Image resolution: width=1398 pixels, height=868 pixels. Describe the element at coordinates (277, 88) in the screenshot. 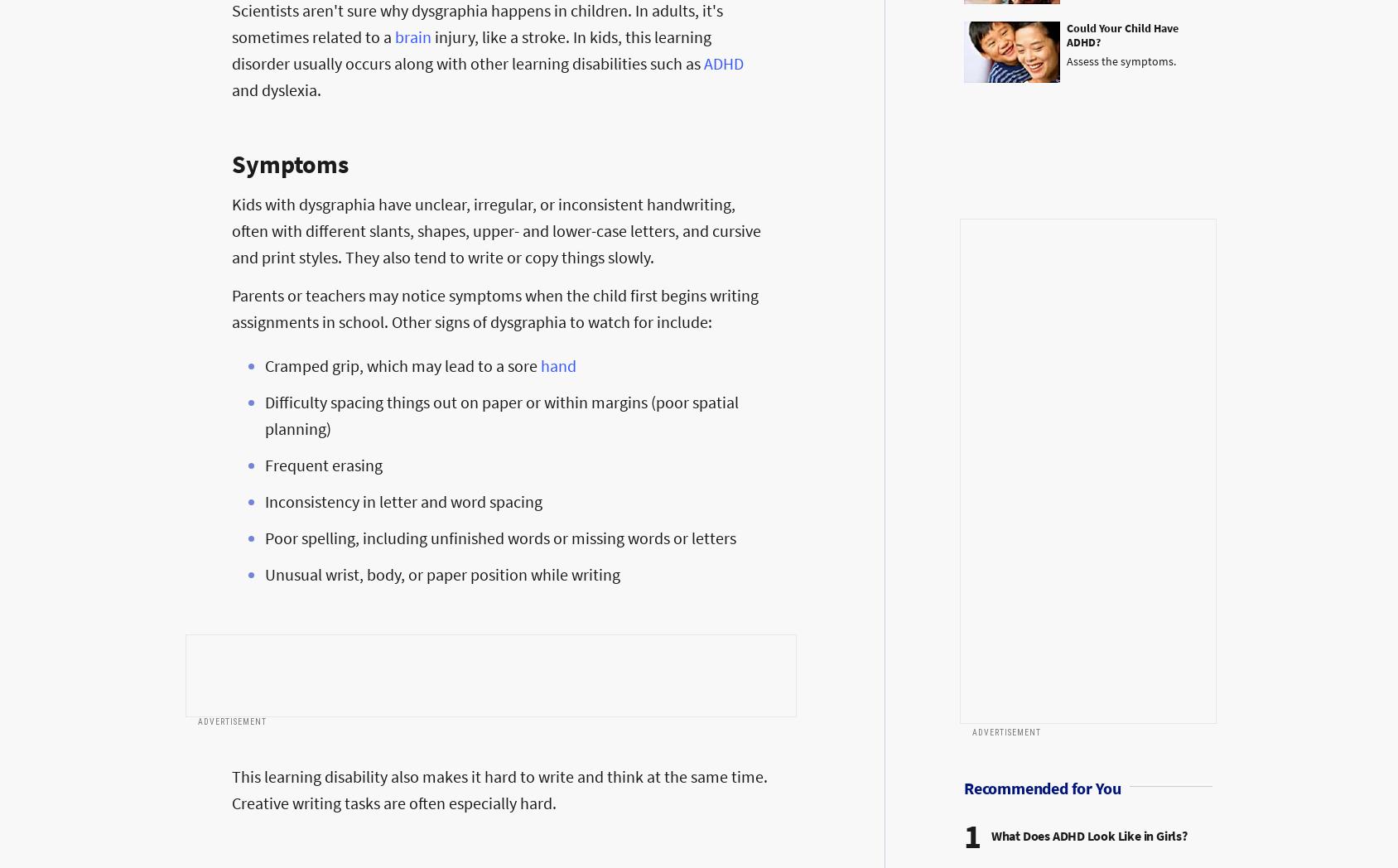

I see `'and dyslexia.'` at that location.